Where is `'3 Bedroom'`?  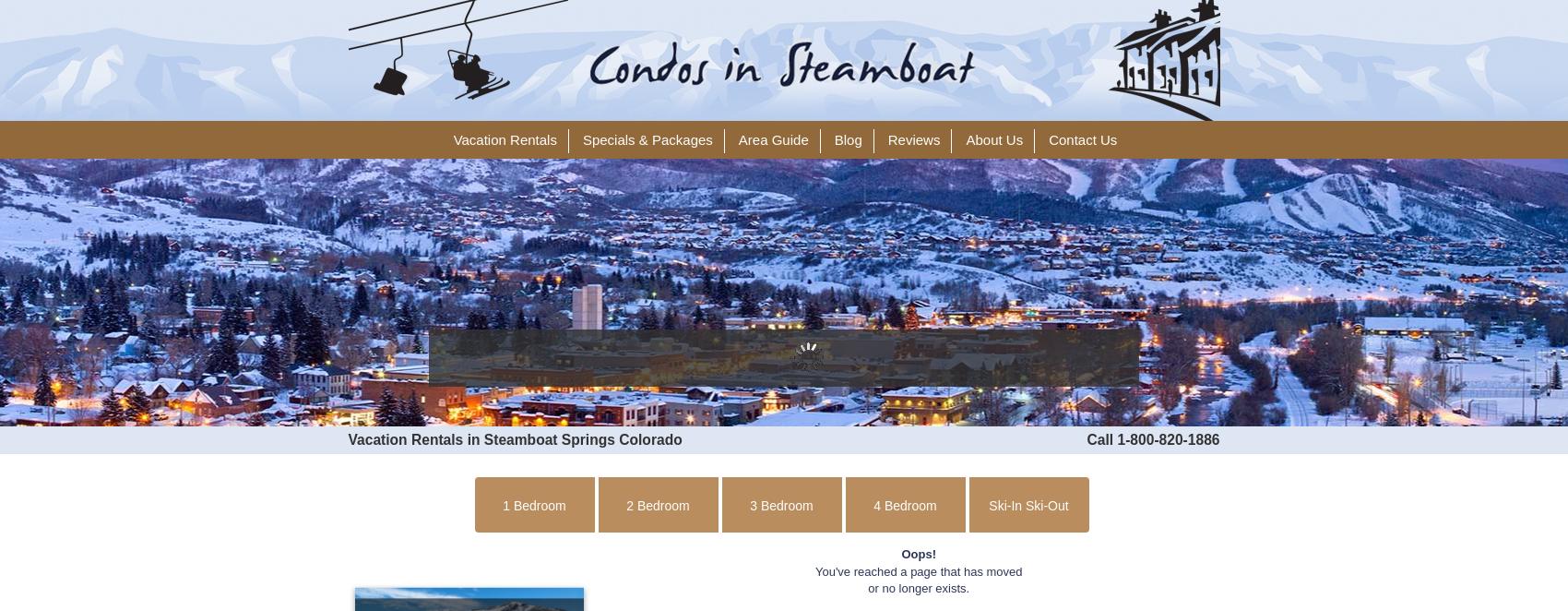 '3 Bedroom' is located at coordinates (779, 506).